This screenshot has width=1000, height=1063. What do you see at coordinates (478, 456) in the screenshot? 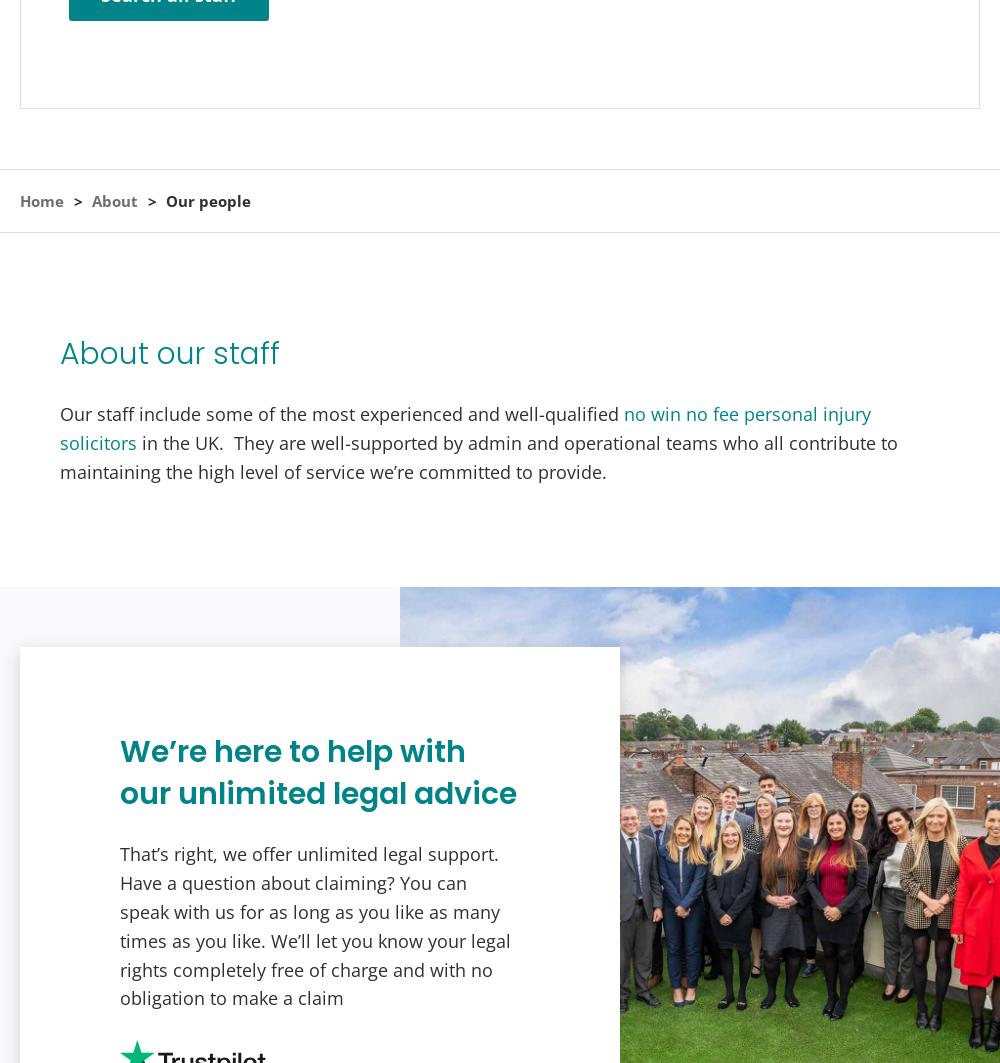
I see `'in the UK.  They are well-supported by admin and operational teams who all contribute to maintaining the high level of service we’re committed to provide.'` at bounding box center [478, 456].